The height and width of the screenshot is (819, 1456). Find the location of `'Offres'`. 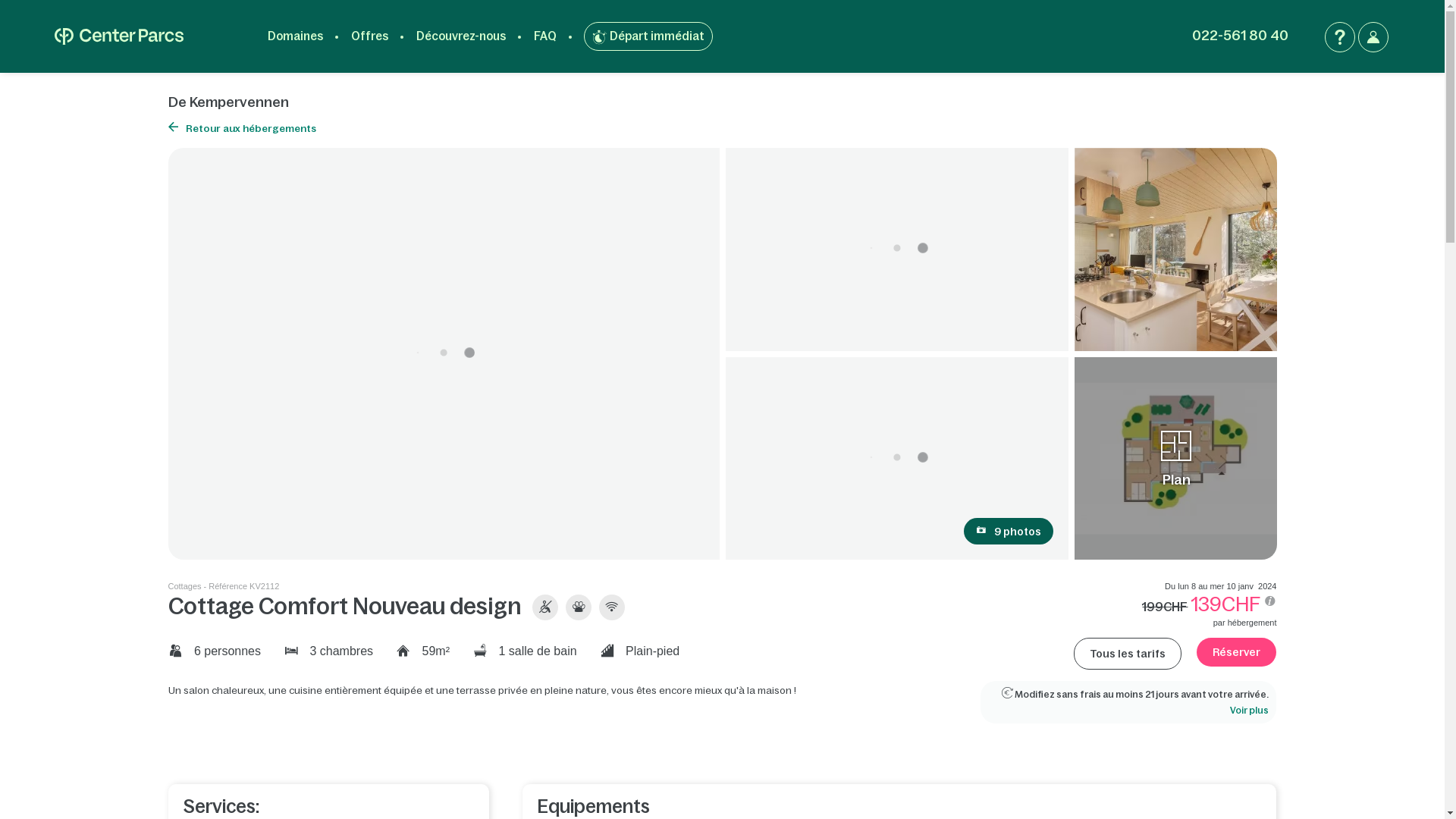

'Offres' is located at coordinates (369, 35).